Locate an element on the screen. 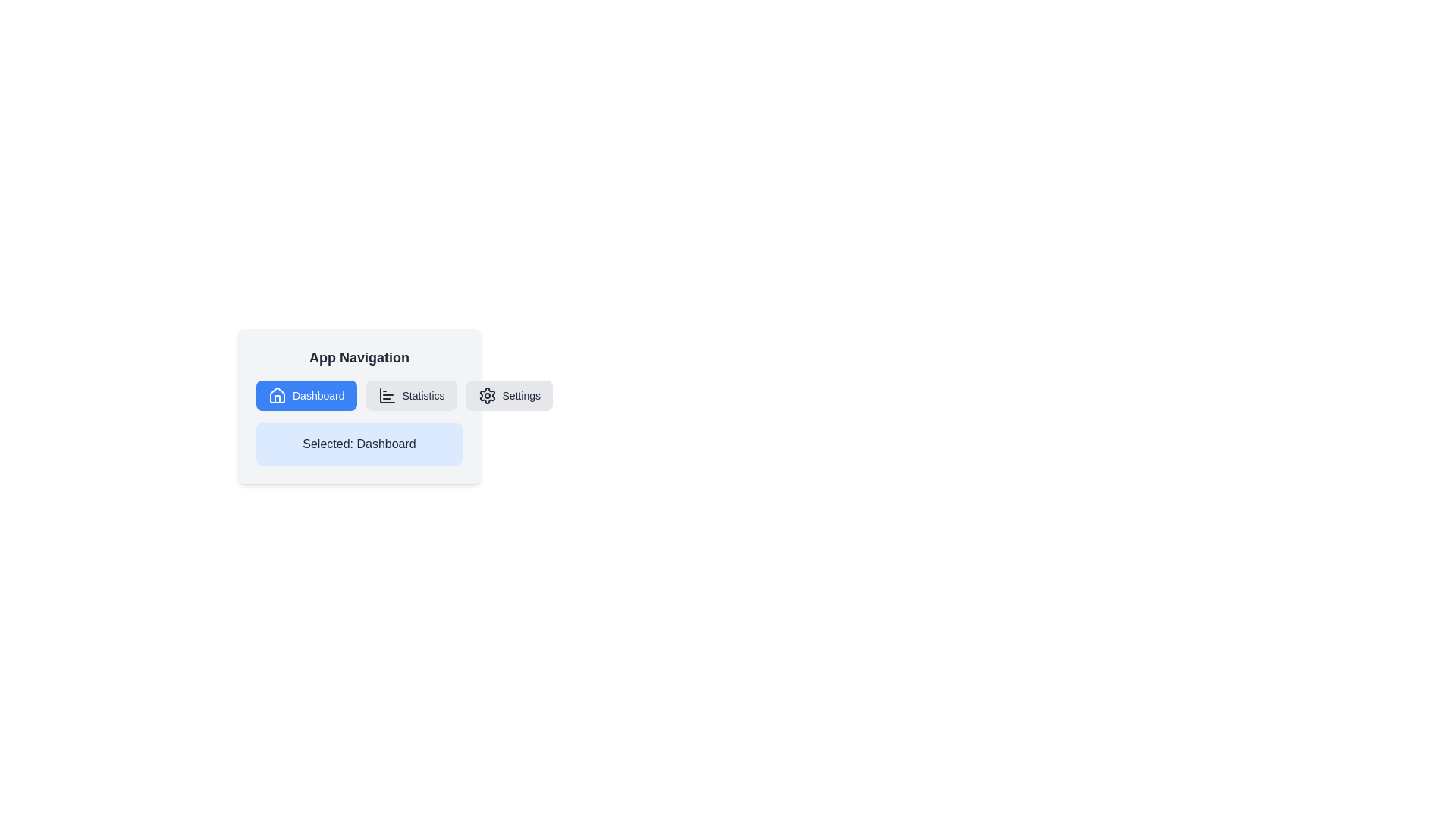 The image size is (1456, 819). the 'Settings' button, which is a rectangular button with a gear icon and light gray background is located at coordinates (509, 394).